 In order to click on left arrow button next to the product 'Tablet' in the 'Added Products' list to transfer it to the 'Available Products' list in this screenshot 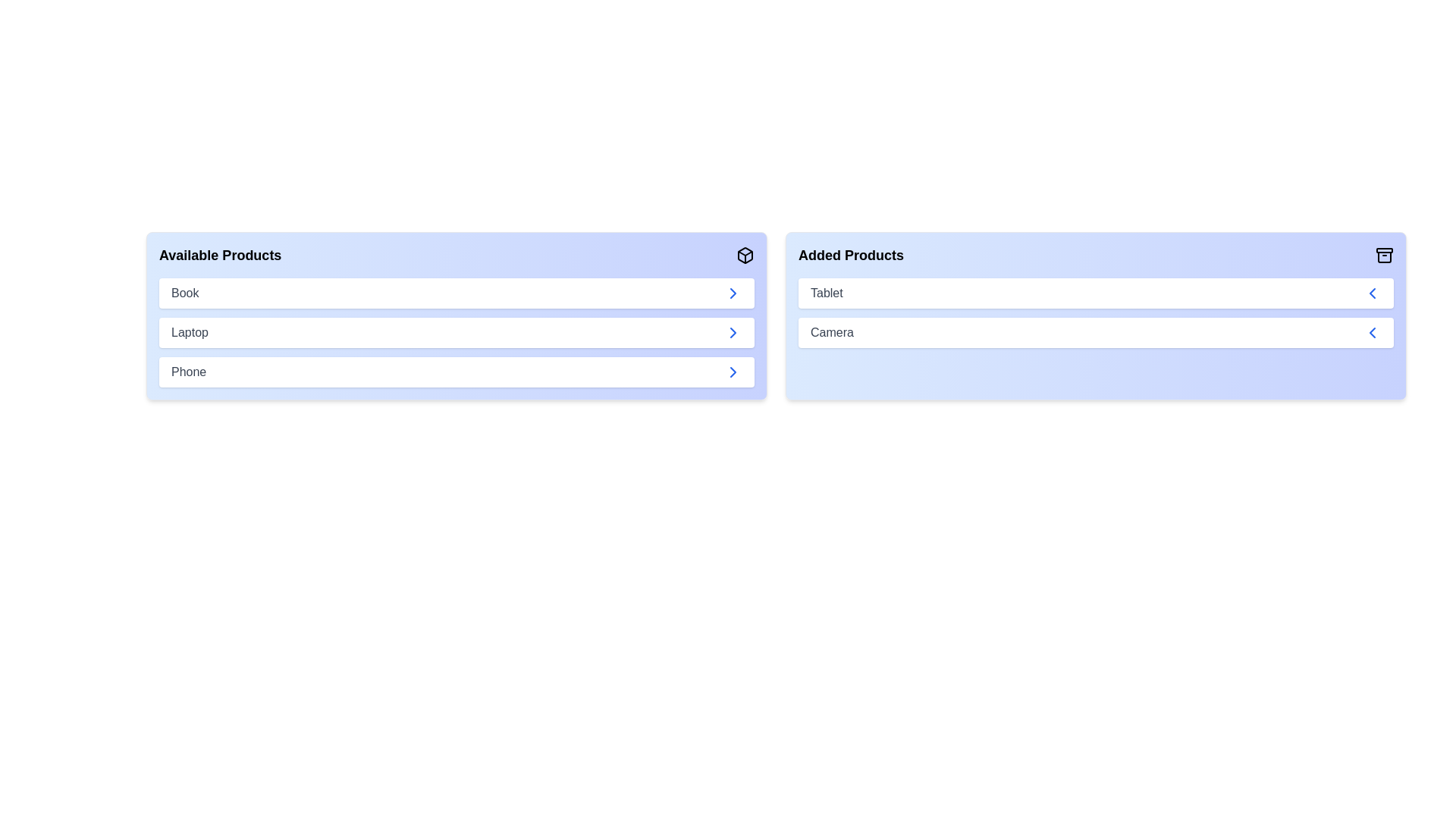, I will do `click(1372, 293)`.